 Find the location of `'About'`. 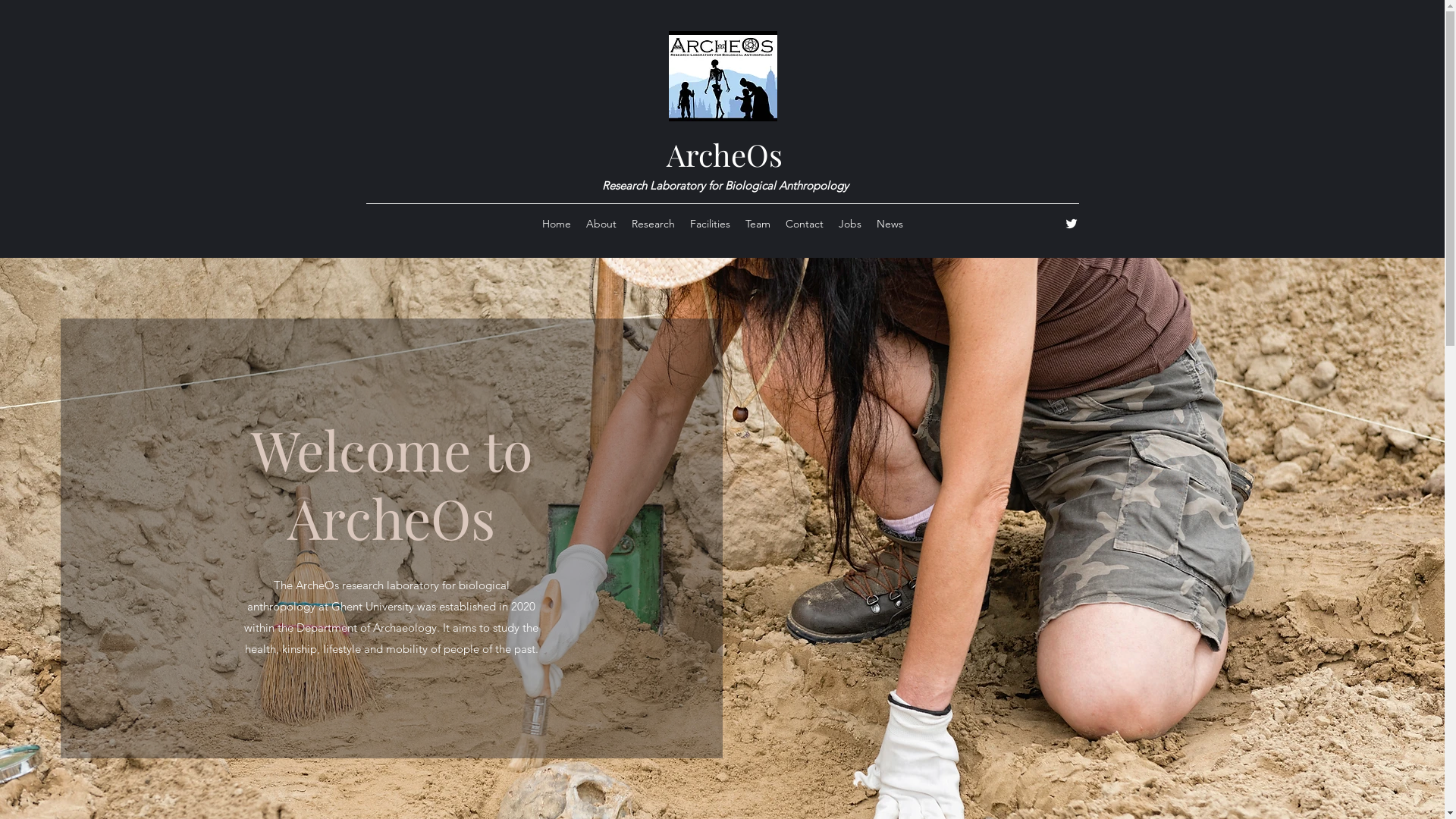

'About' is located at coordinates (600, 223).